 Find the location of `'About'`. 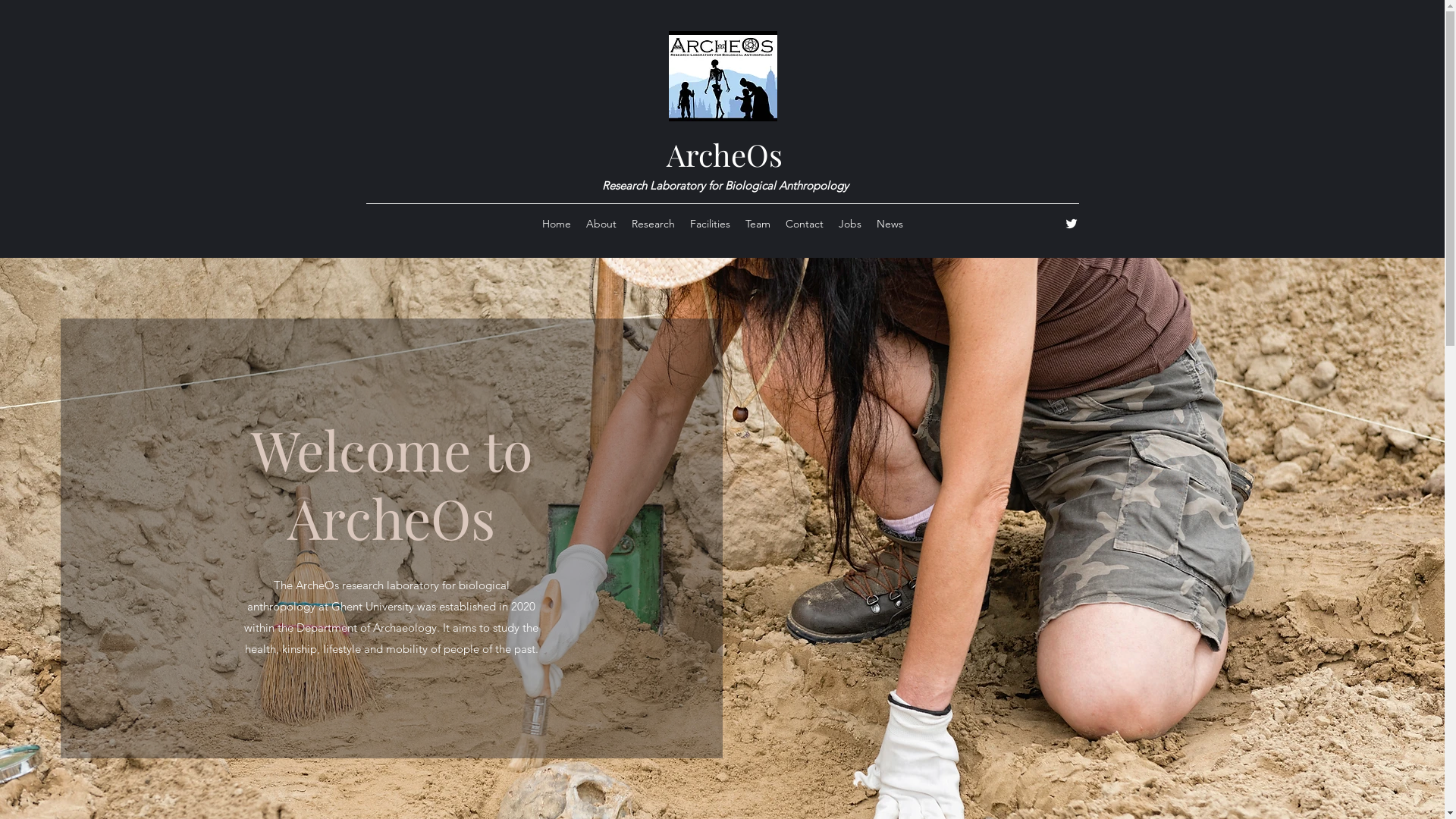

'About' is located at coordinates (600, 223).